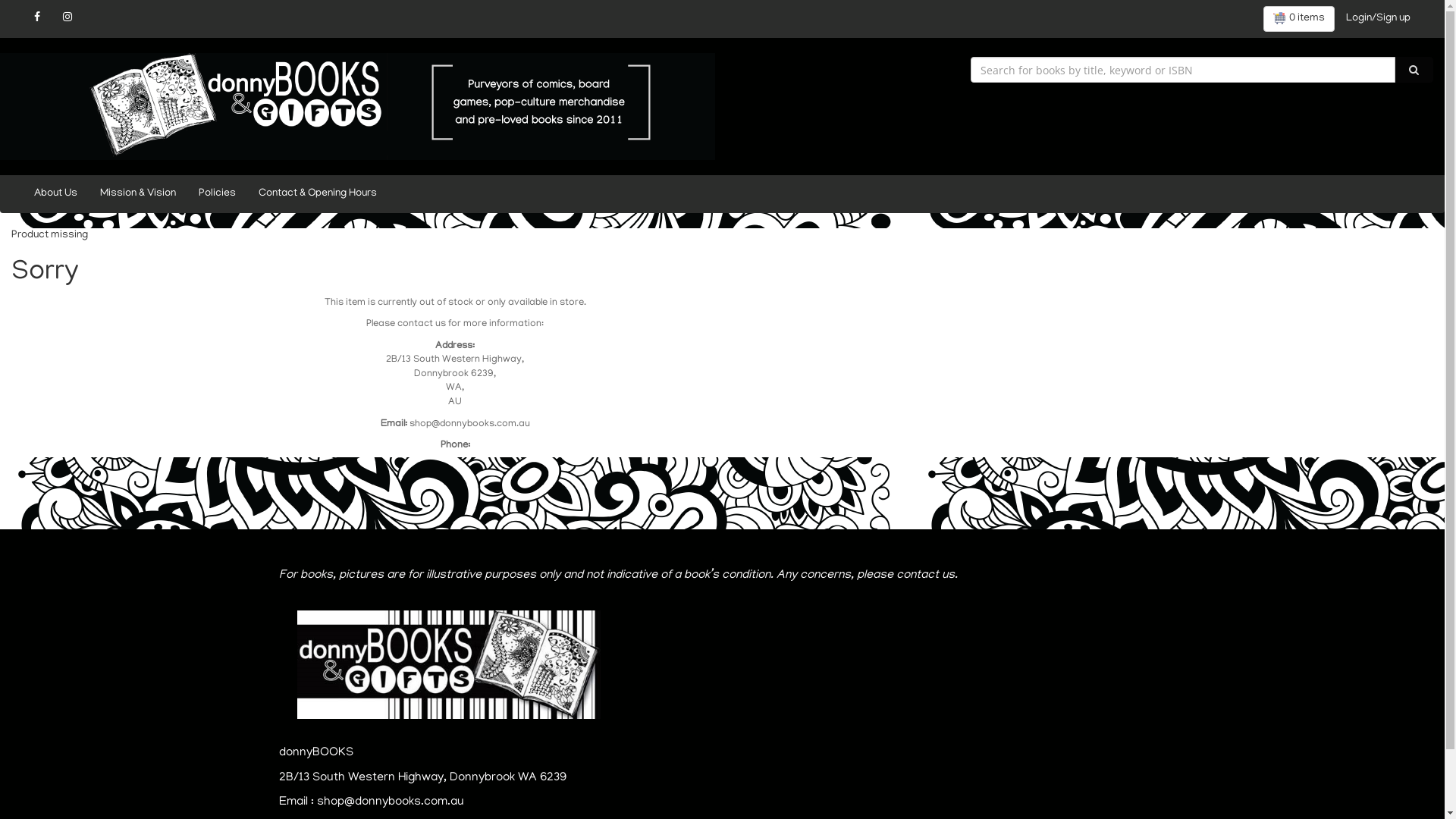 This screenshot has height=819, width=1456. I want to click on '0 items', so click(1298, 18).